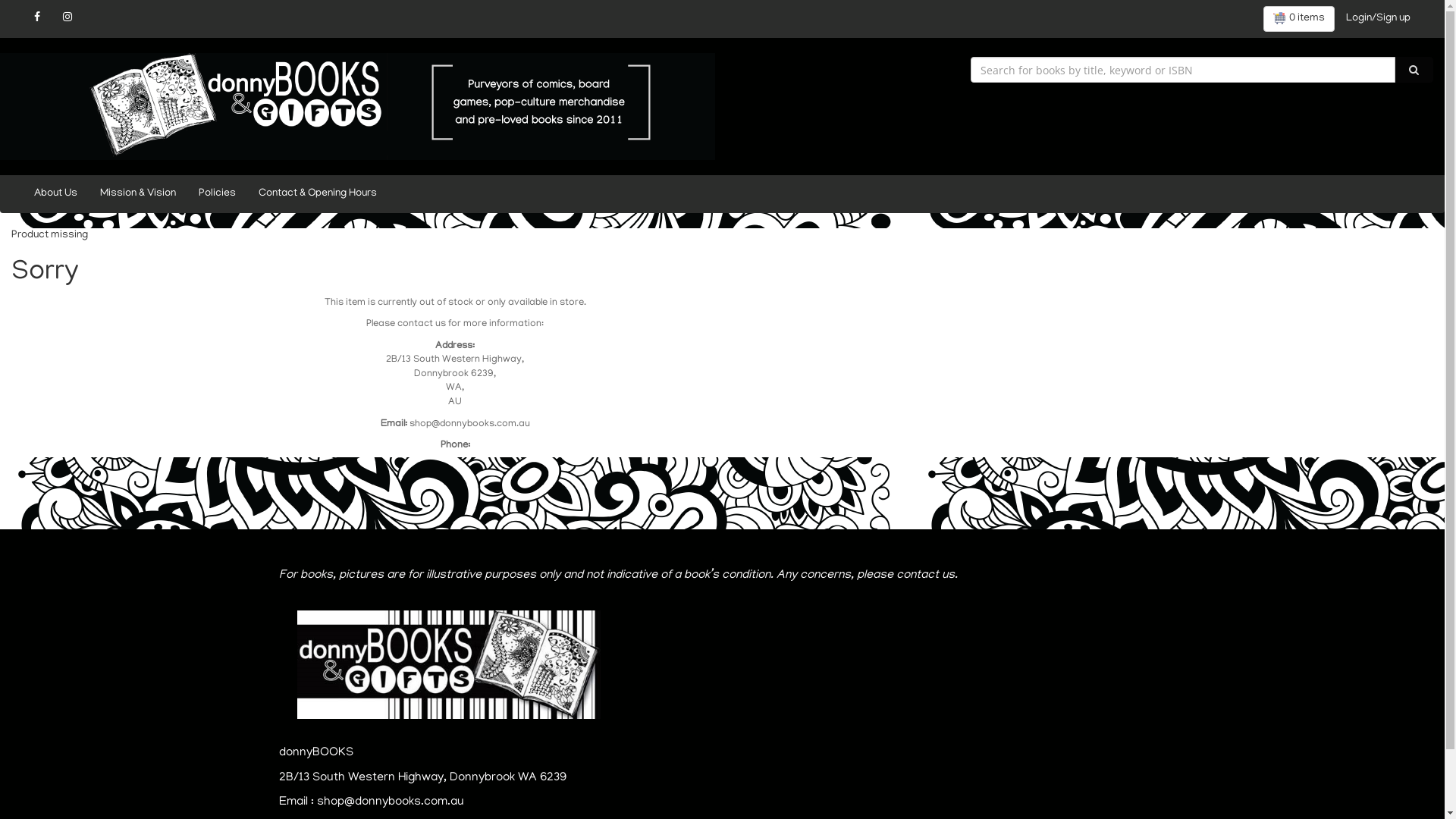 This screenshot has height=819, width=1456. I want to click on '0 items', so click(1298, 18).